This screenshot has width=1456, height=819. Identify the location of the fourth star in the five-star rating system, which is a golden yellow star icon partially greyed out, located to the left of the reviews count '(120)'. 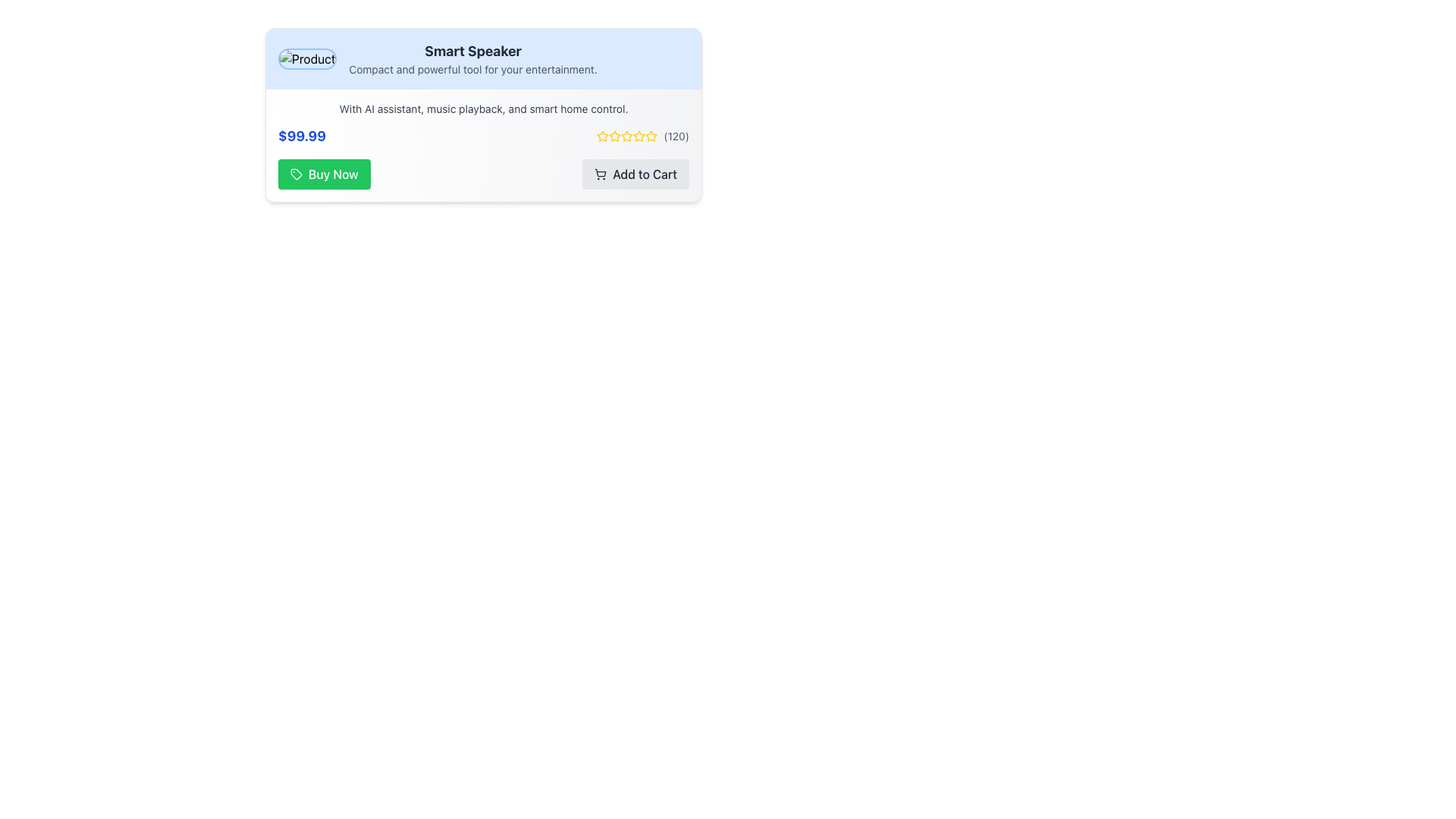
(627, 136).